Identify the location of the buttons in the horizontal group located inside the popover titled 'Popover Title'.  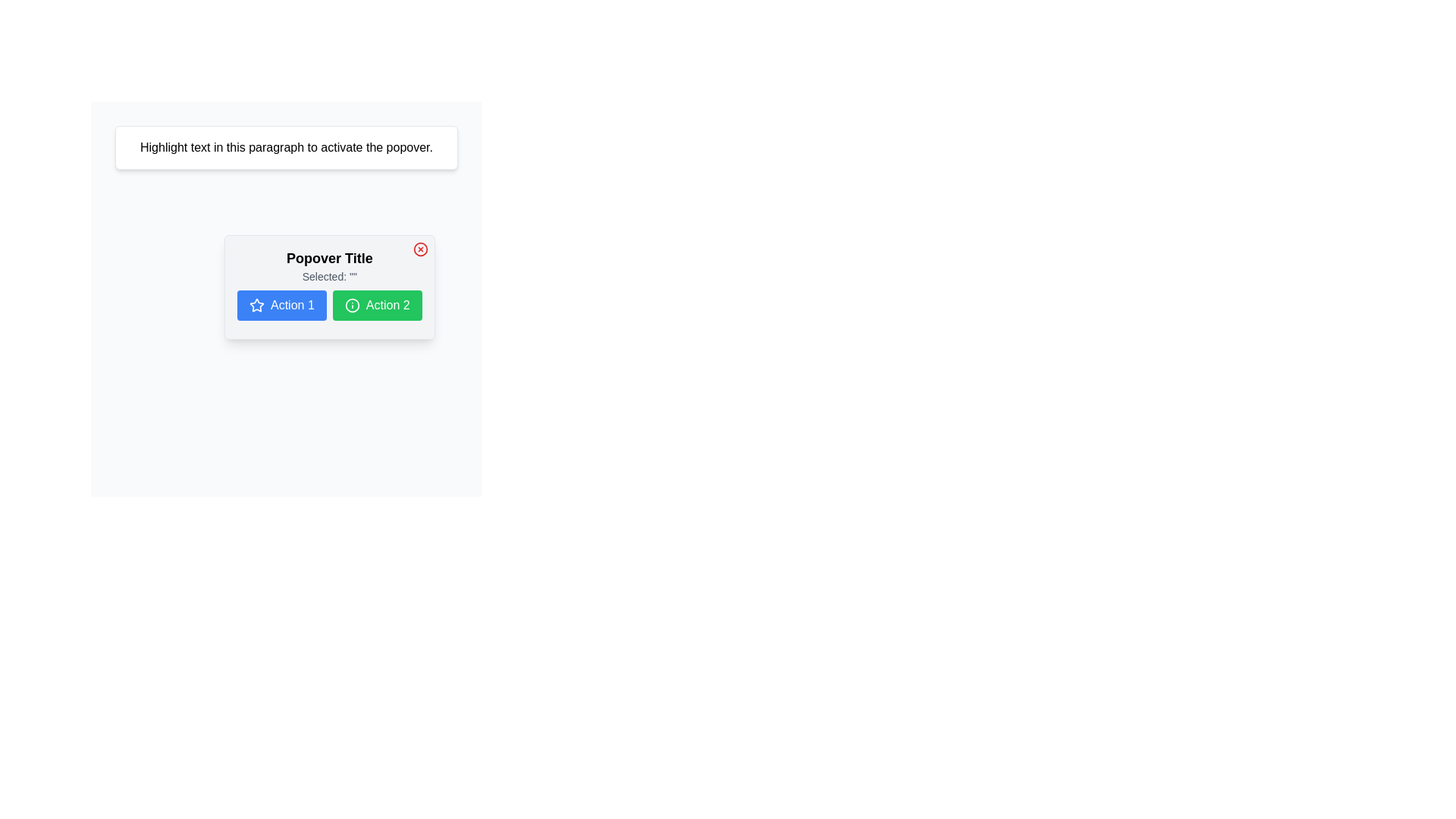
(328, 305).